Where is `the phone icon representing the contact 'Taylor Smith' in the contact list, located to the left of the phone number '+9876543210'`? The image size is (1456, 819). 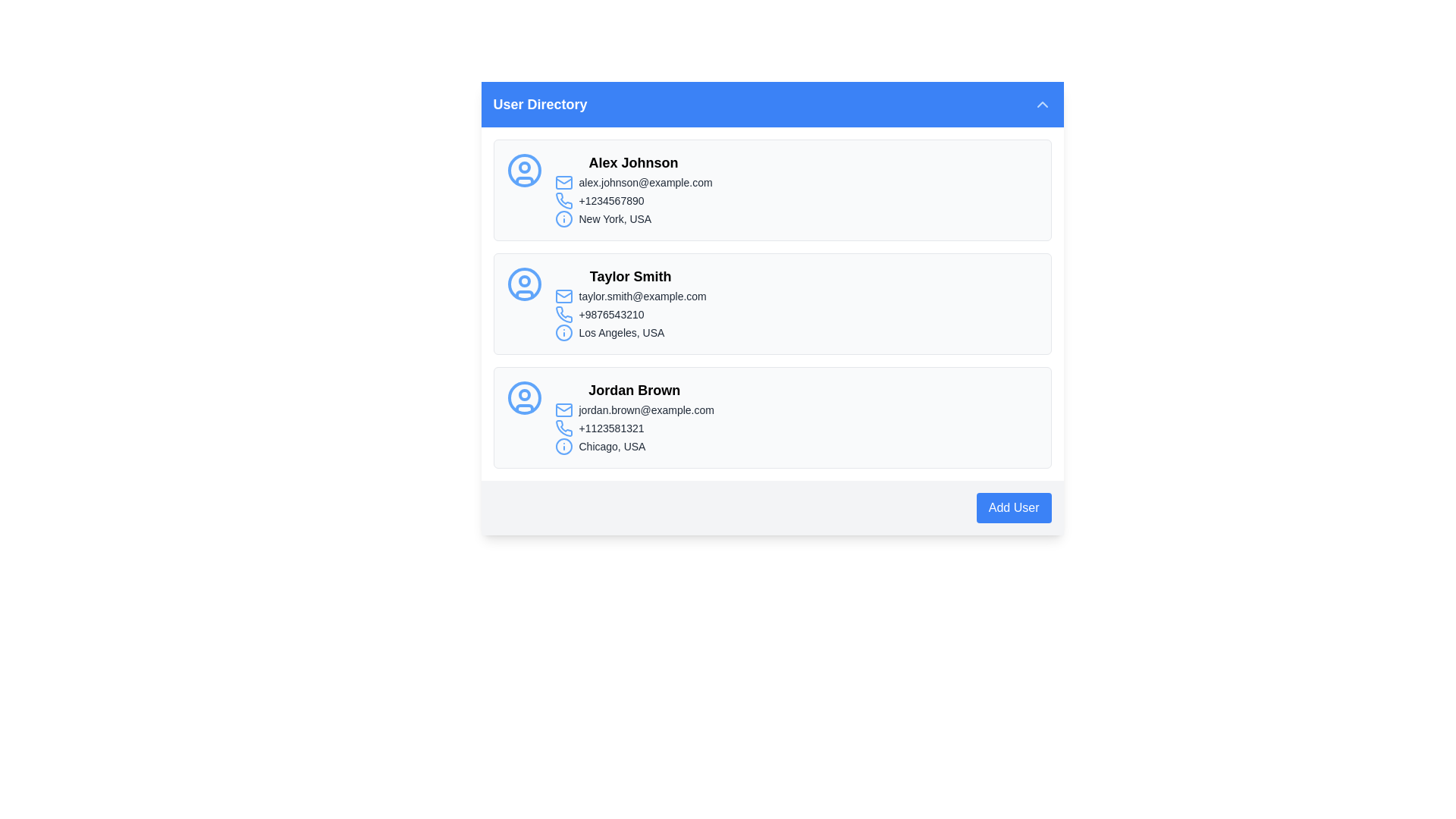
the phone icon representing the contact 'Taylor Smith' in the contact list, located to the left of the phone number '+9876543210' is located at coordinates (563, 314).